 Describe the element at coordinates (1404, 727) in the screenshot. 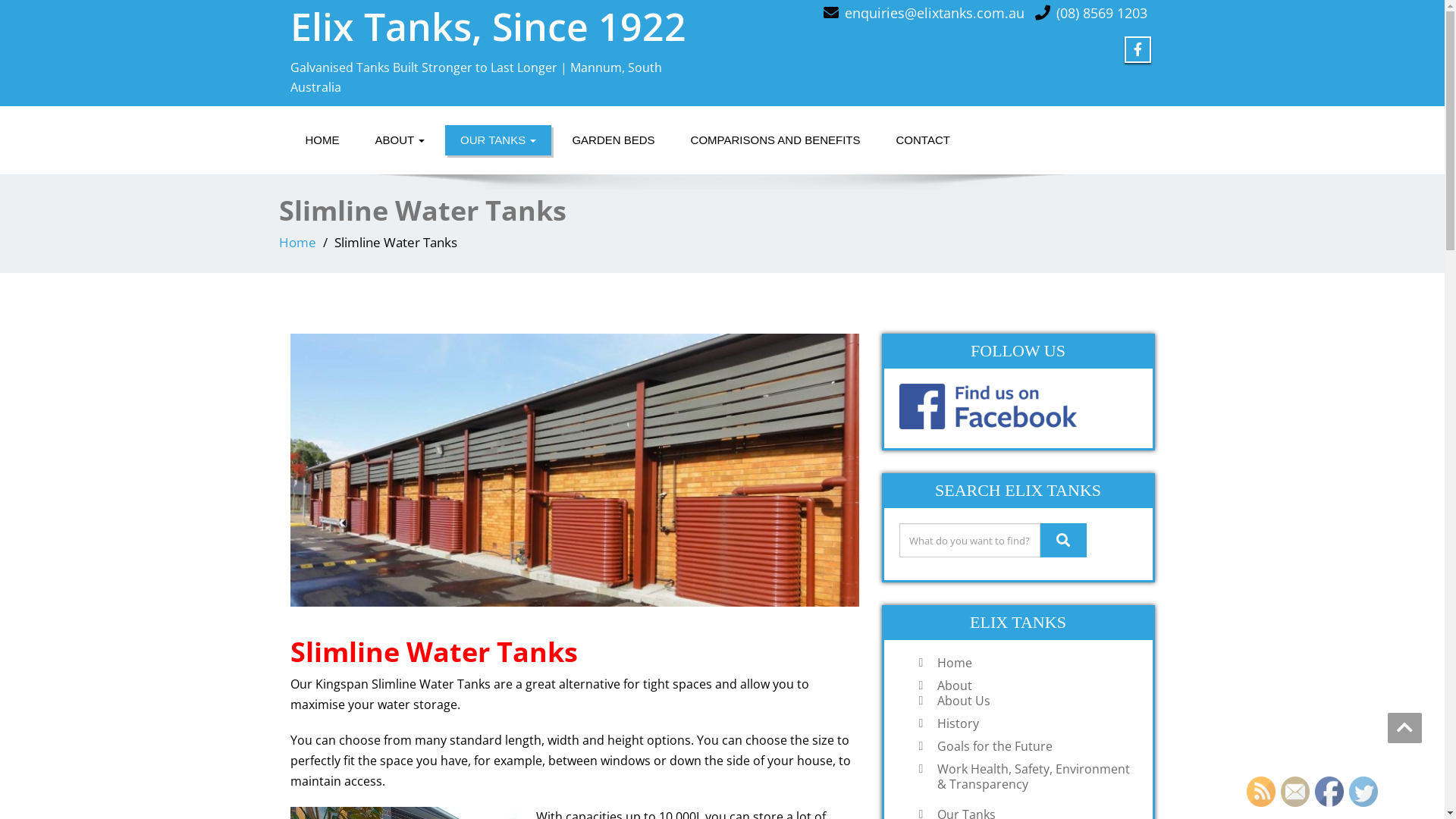

I see `'Go Top'` at that location.